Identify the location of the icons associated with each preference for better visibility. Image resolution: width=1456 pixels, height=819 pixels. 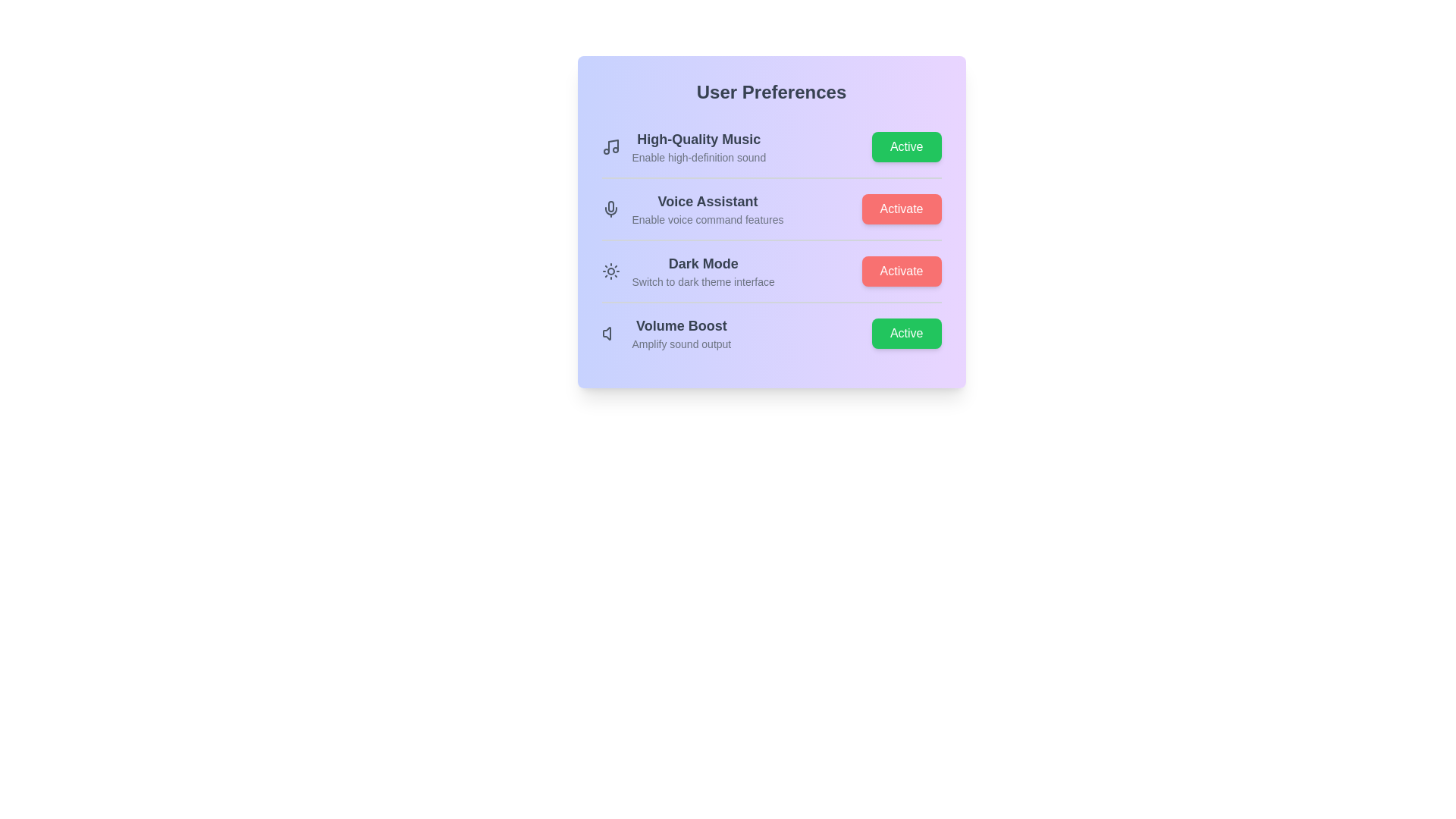
(610, 146).